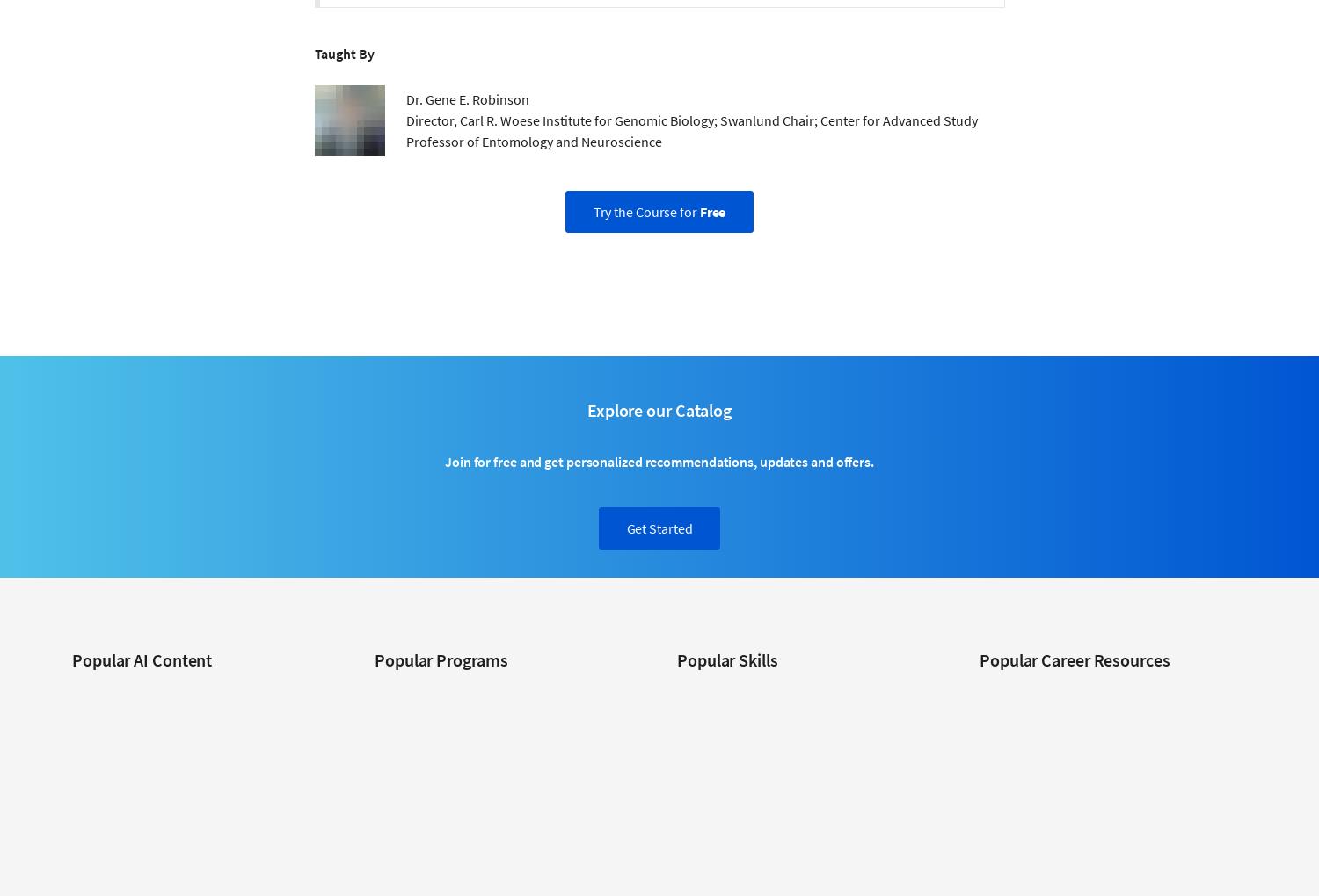 This screenshot has width=1319, height=896. Describe the element at coordinates (374, 831) in the screenshot. I see `'Google IT Support Professional Certificate'` at that location.